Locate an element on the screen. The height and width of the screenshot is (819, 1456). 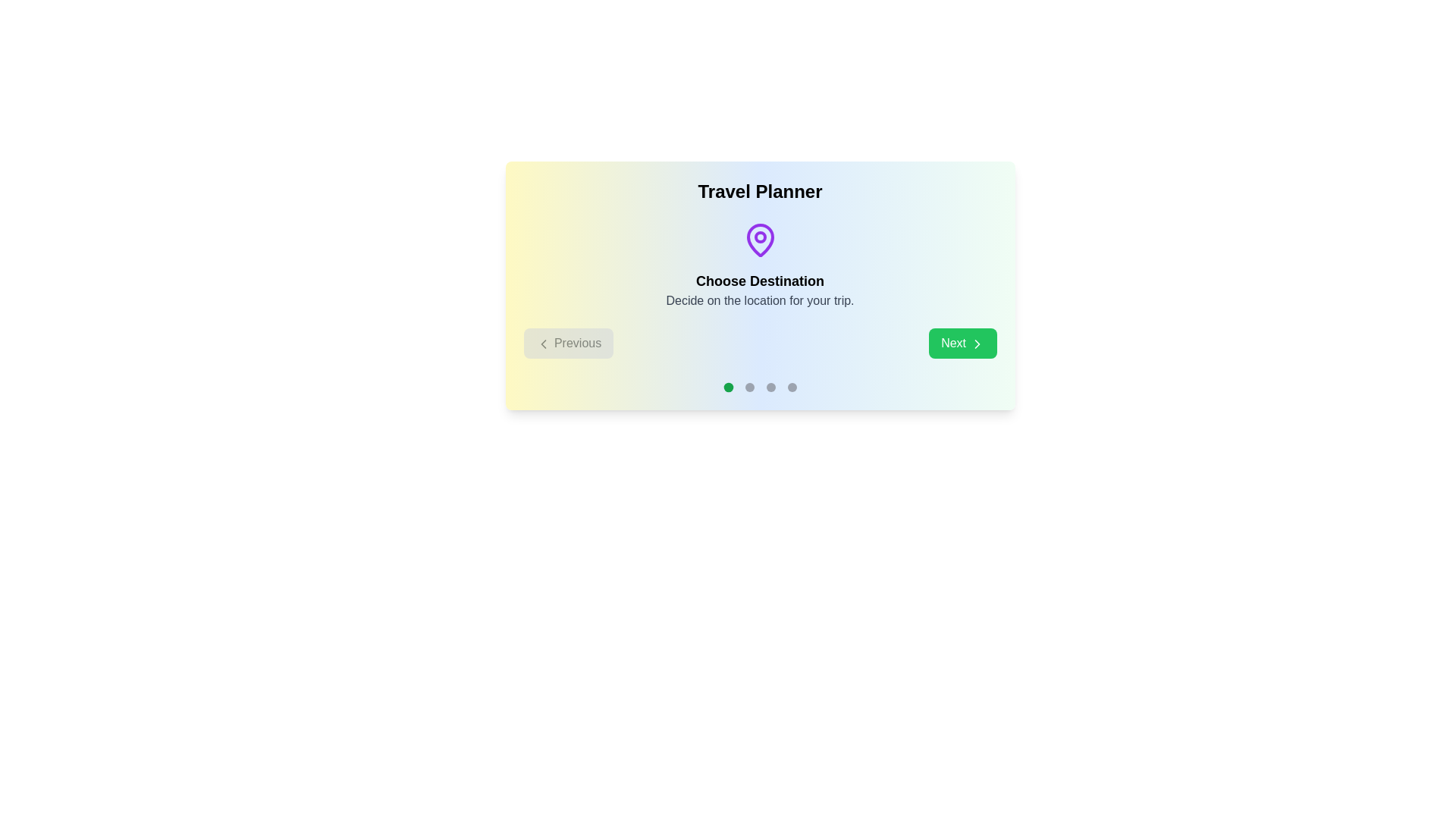
the 'chevron-left' icon, which is part of the 'Previous' navigation button, located at the bottom-left of the interface is located at coordinates (543, 344).